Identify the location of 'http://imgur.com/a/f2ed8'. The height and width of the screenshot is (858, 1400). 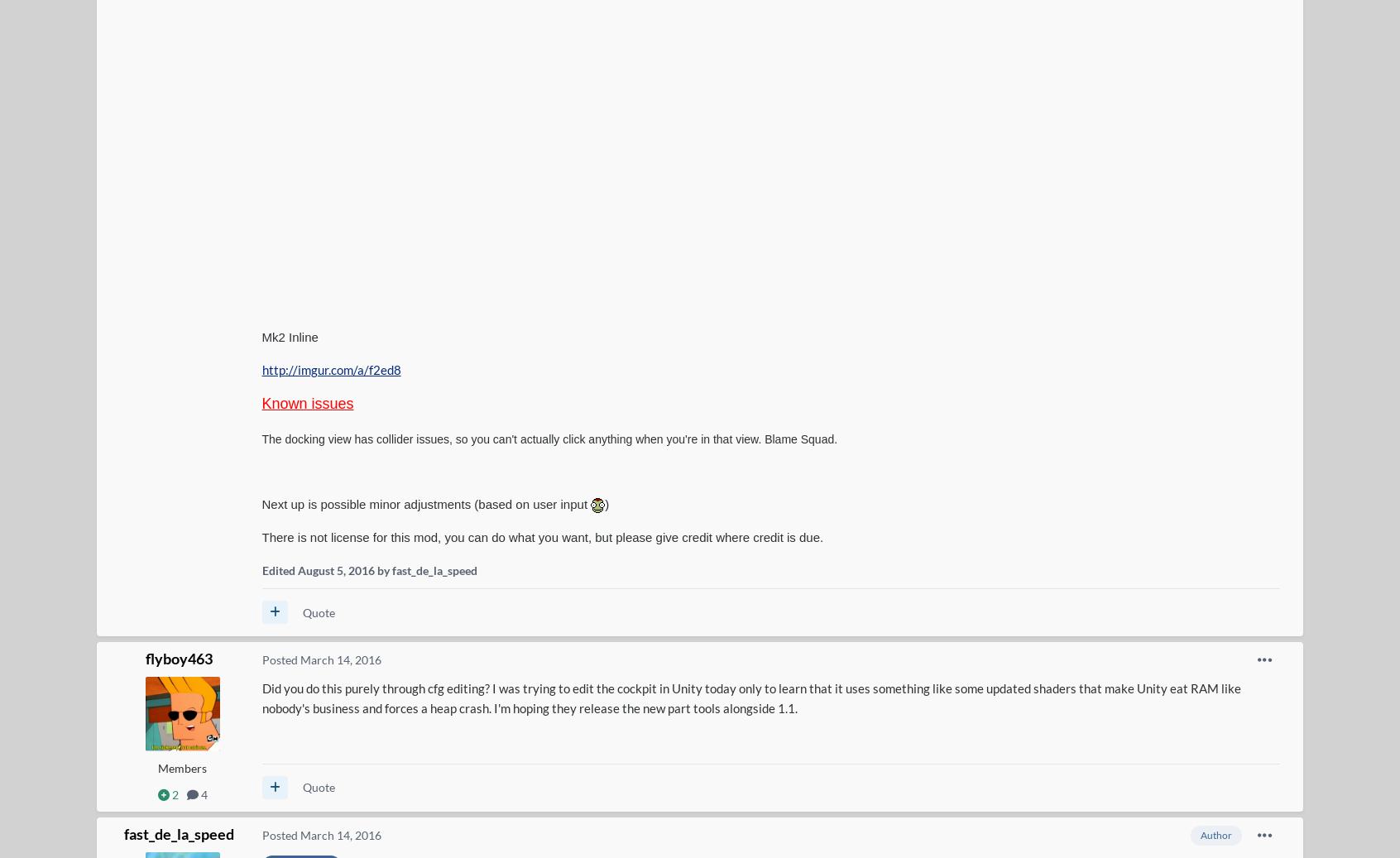
(330, 369).